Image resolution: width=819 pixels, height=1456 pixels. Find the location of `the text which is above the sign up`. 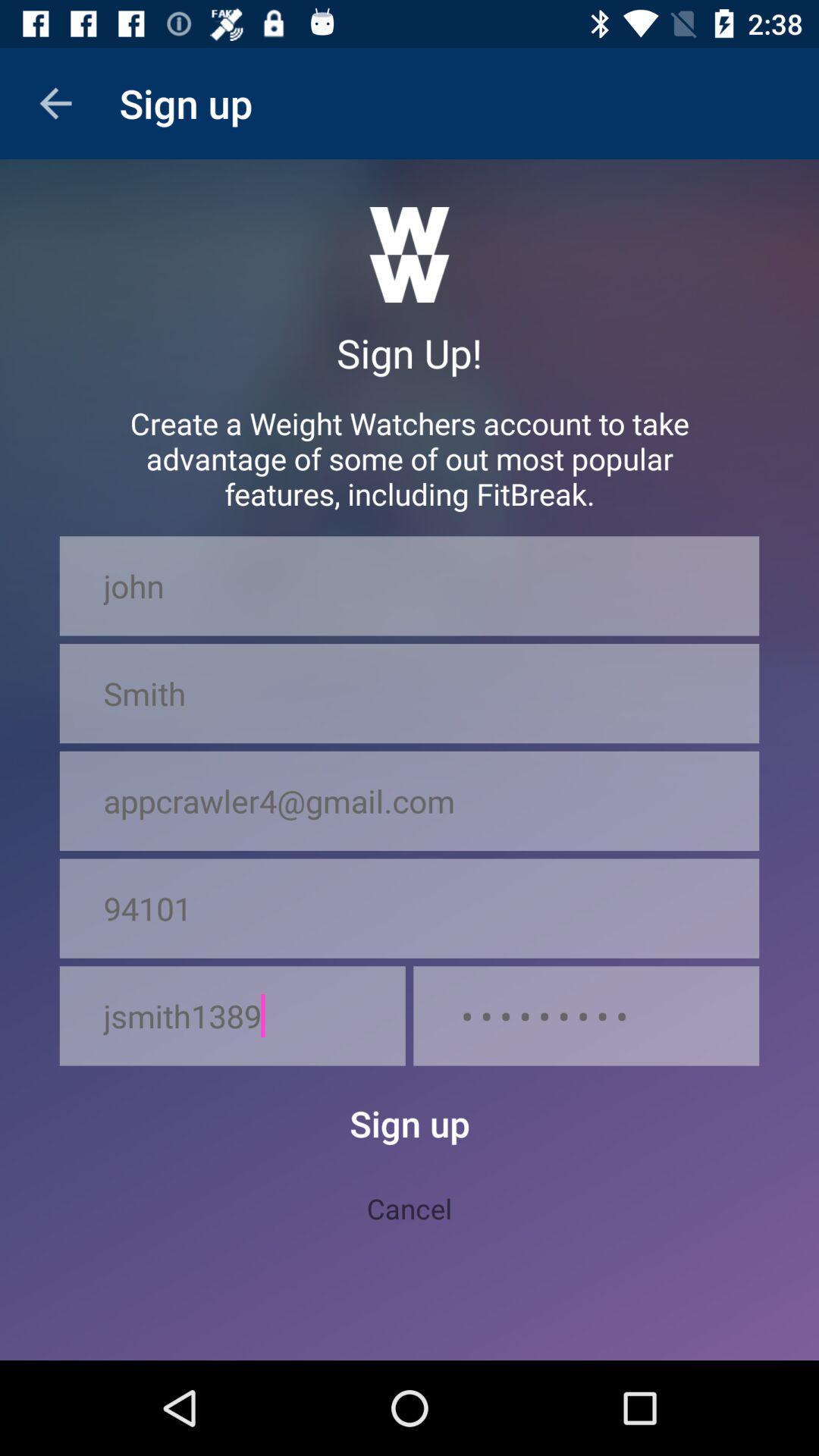

the text which is above the sign up is located at coordinates (409, 255).